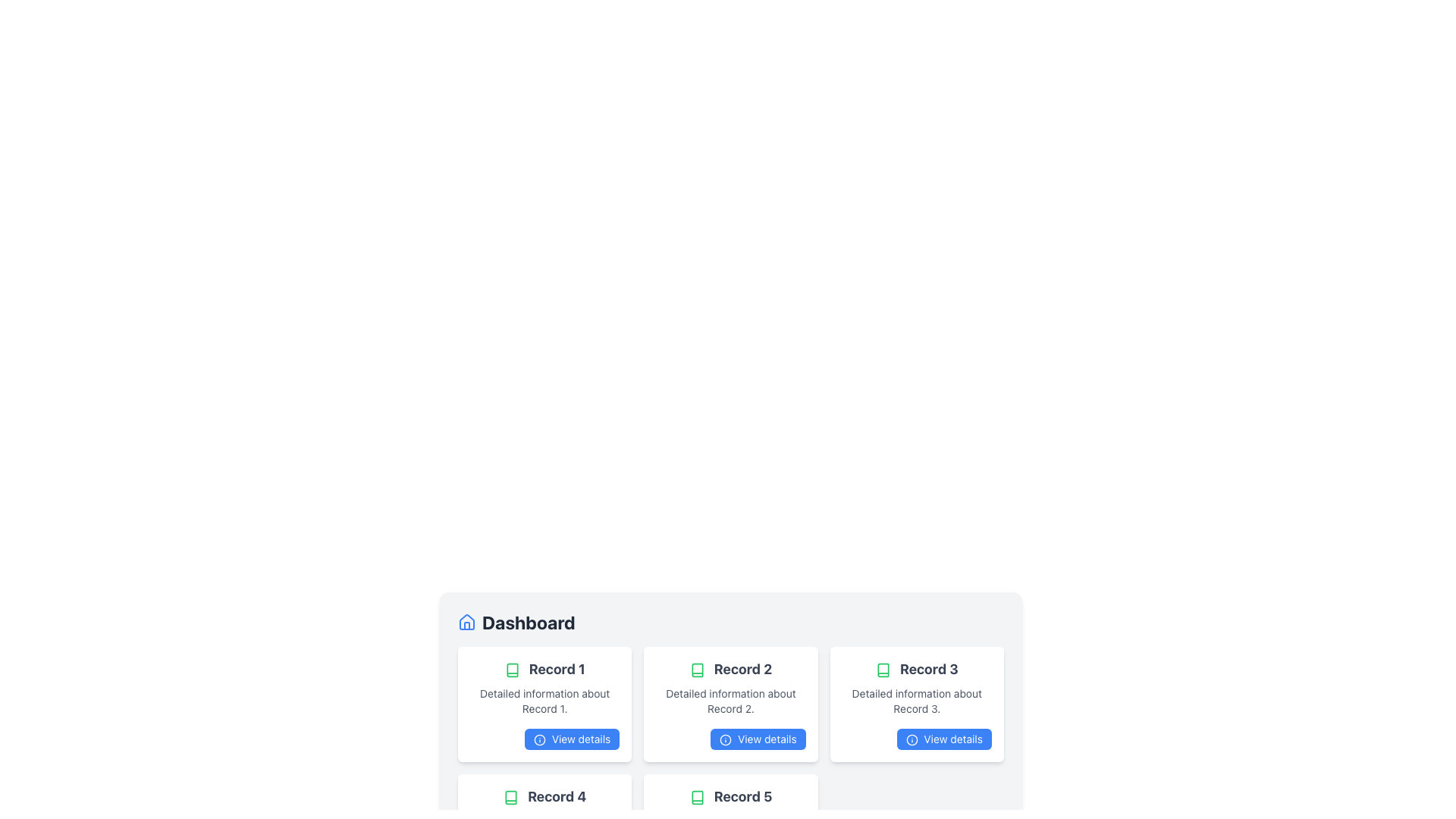  What do you see at coordinates (544, 739) in the screenshot?
I see `the blue rectangular button labeled 'View details' with a circular information icon on its left side, located in the bottom-right corner of the 'Record 1' card` at bounding box center [544, 739].